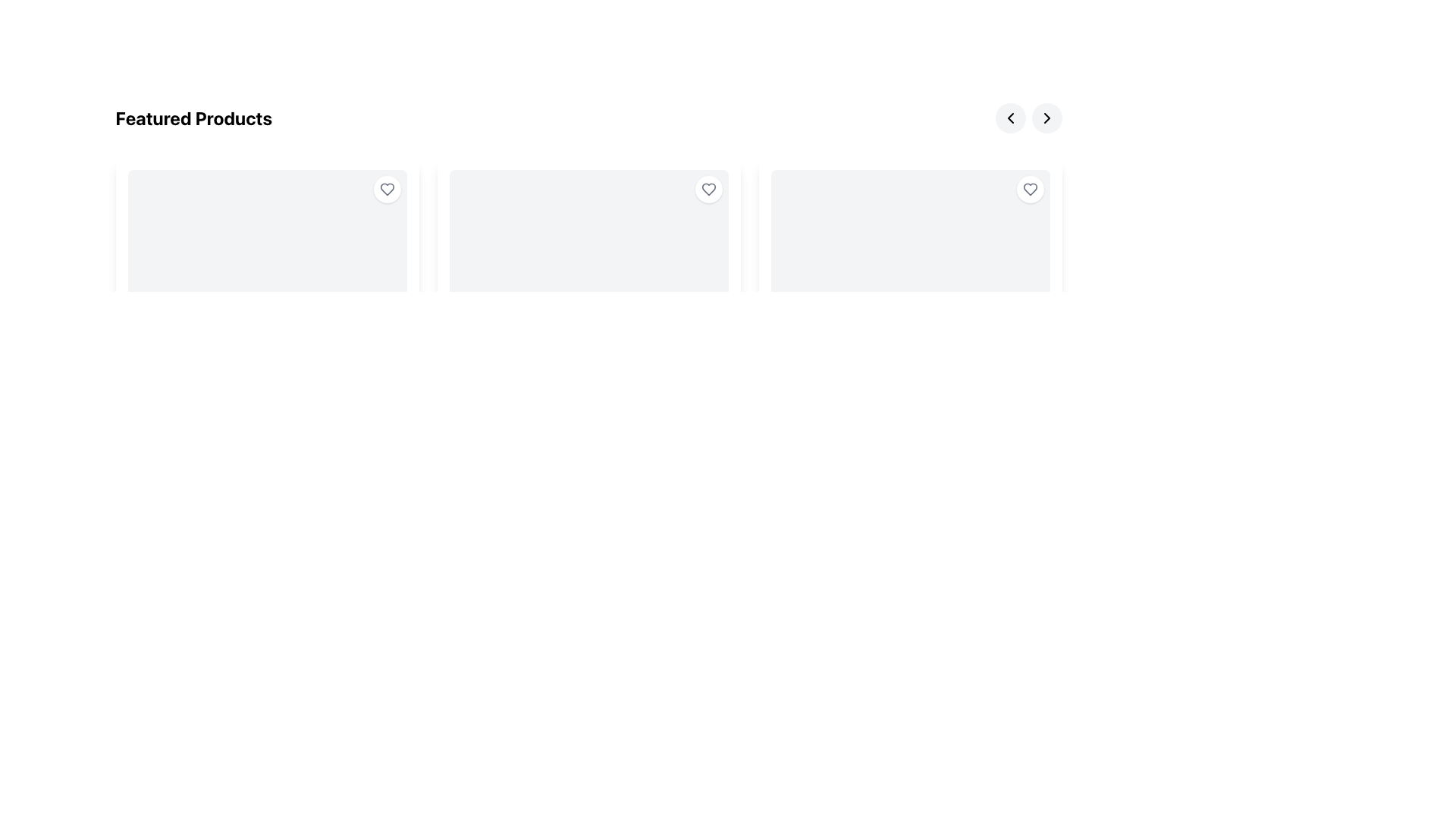 The height and width of the screenshot is (819, 1456). Describe the element at coordinates (387, 189) in the screenshot. I see `the favorite button located at the top-right of the first item in the grid layout to observe the color transition effect` at that location.